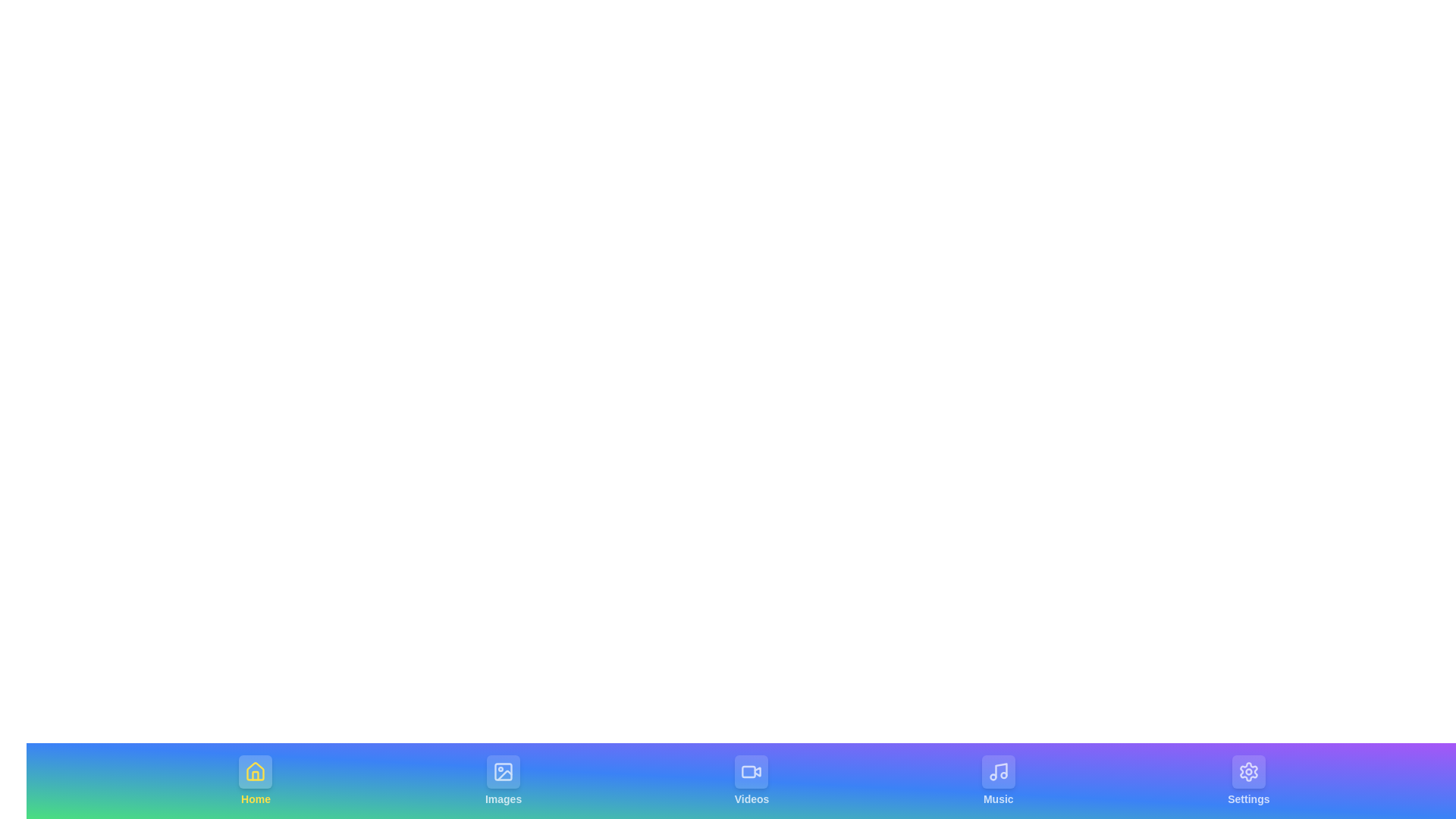 The height and width of the screenshot is (819, 1456). Describe the element at coordinates (503, 780) in the screenshot. I see `the tab labeled Images by clicking on its center` at that location.